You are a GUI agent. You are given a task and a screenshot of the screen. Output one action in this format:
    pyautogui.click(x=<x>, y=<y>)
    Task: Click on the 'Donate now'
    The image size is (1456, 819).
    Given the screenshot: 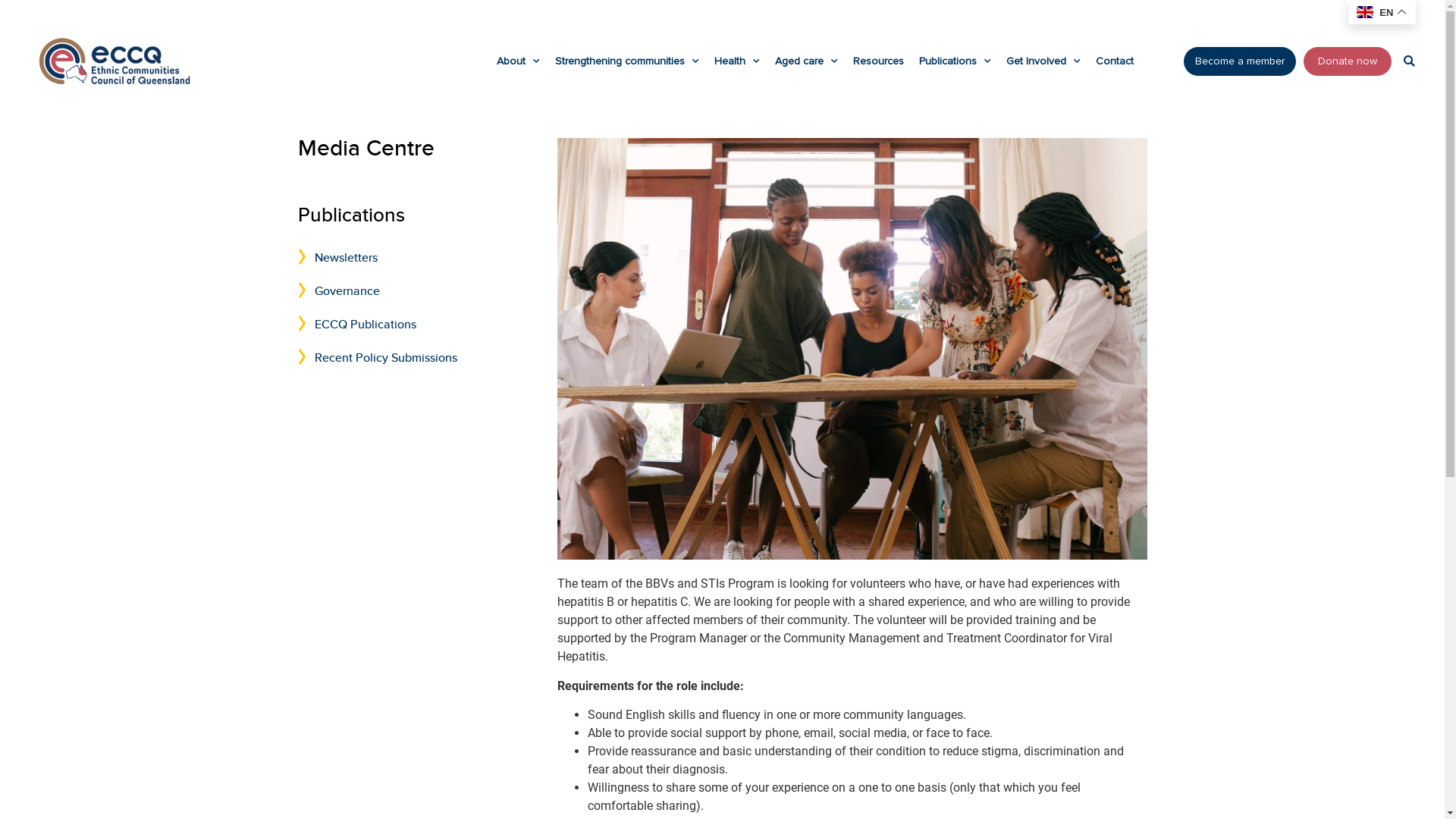 What is the action you would take?
    pyautogui.click(x=1302, y=61)
    